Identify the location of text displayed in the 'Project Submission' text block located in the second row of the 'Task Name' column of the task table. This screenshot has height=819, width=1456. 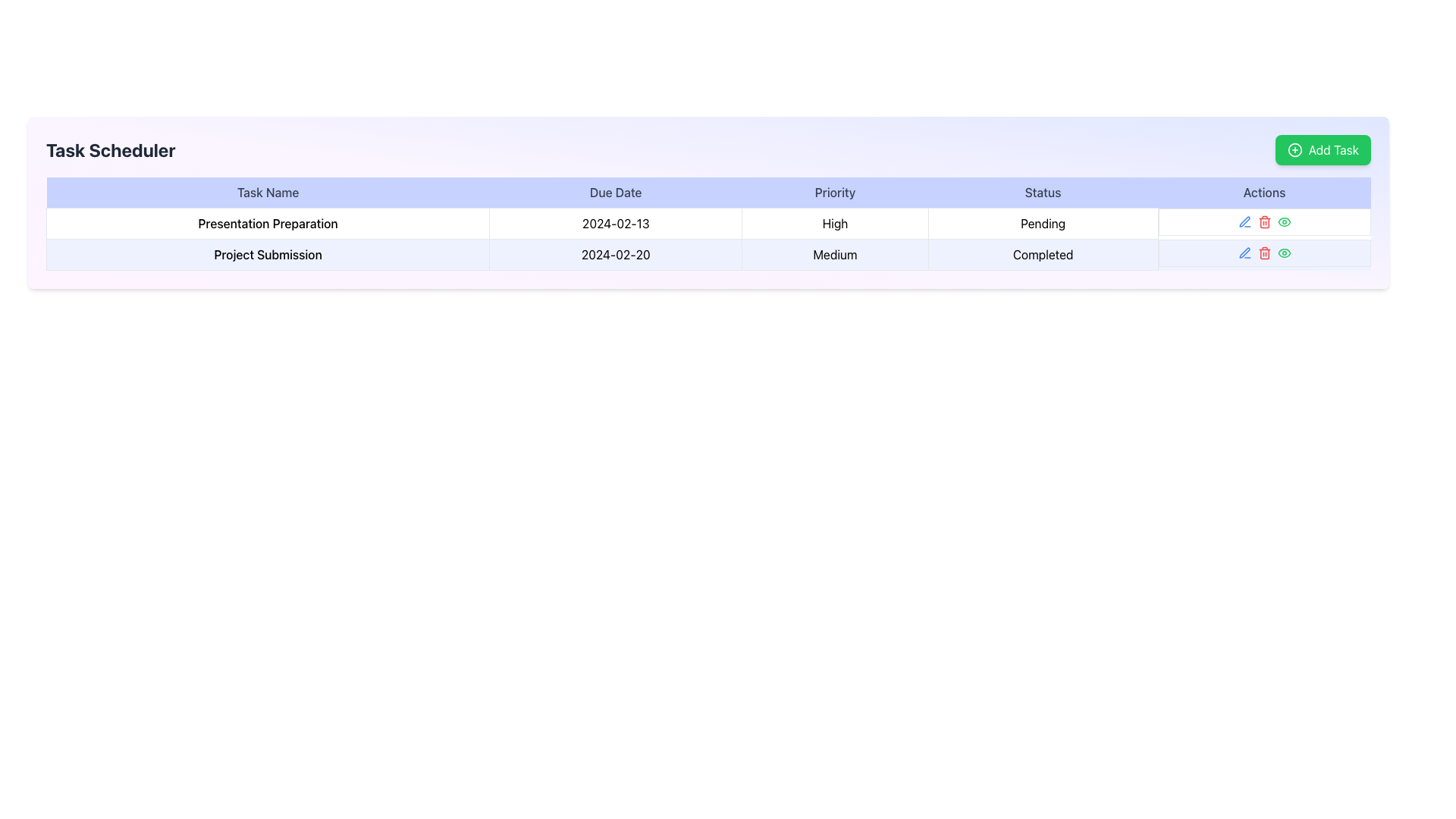
(268, 253).